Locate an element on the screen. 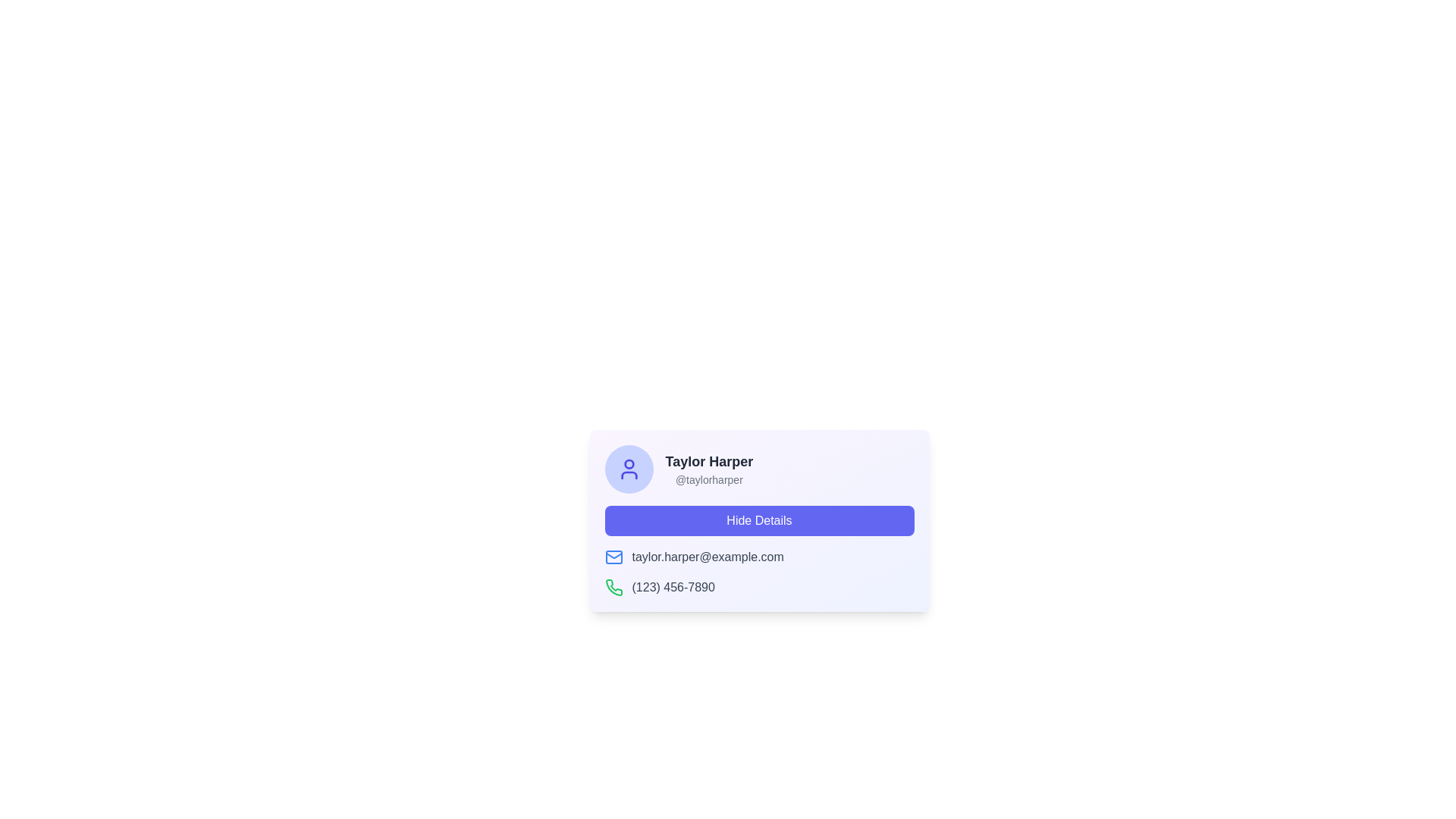  the blue mail icon that signifies an email address, located in the bottom right quadrant of the contact card, left of the email address text and beneath the 'Hide Details' button is located at coordinates (613, 555).